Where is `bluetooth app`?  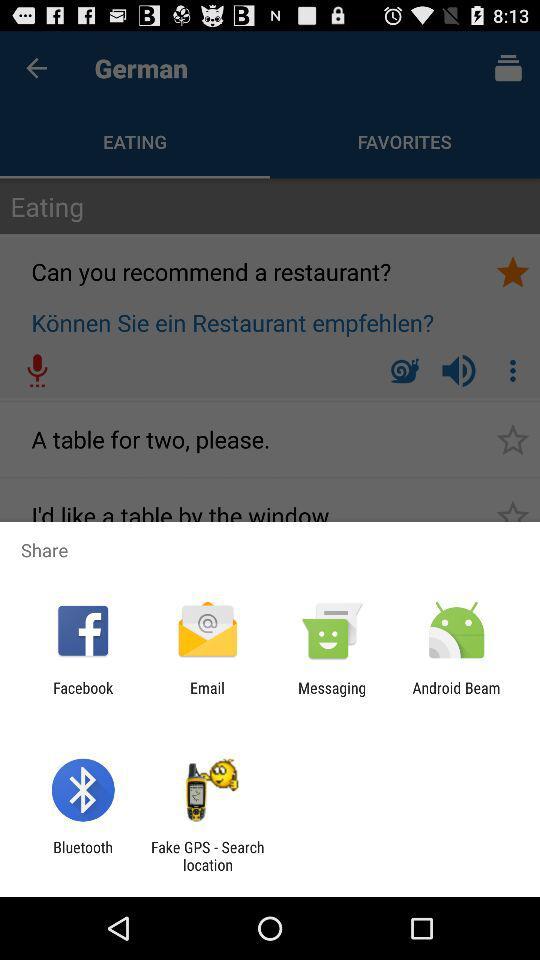 bluetooth app is located at coordinates (82, 855).